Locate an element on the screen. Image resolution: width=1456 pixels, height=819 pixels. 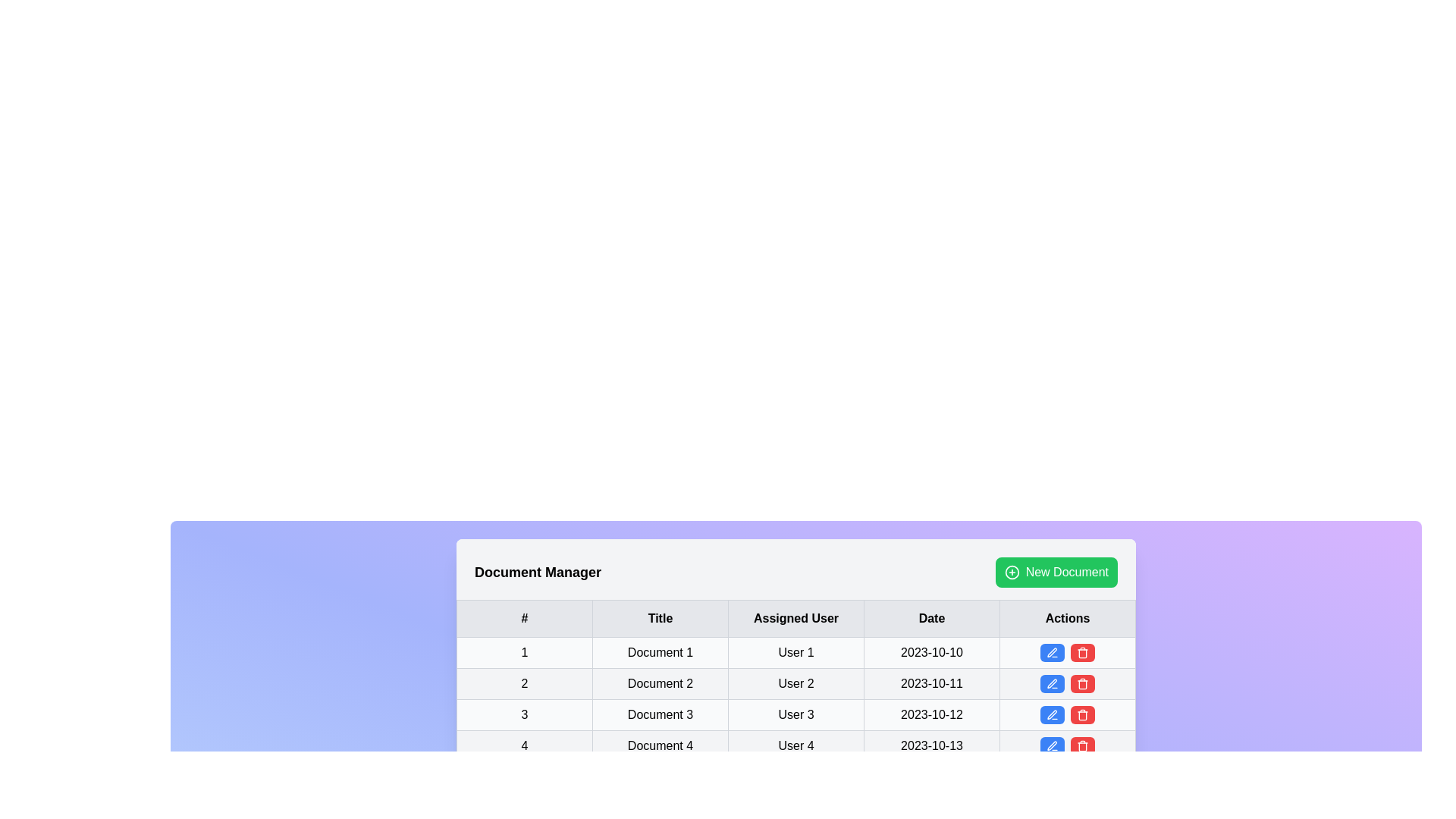
the blue button with rounded corners and a white pen icon located in the Actions column of the first row to initiate editing is located at coordinates (1051, 651).